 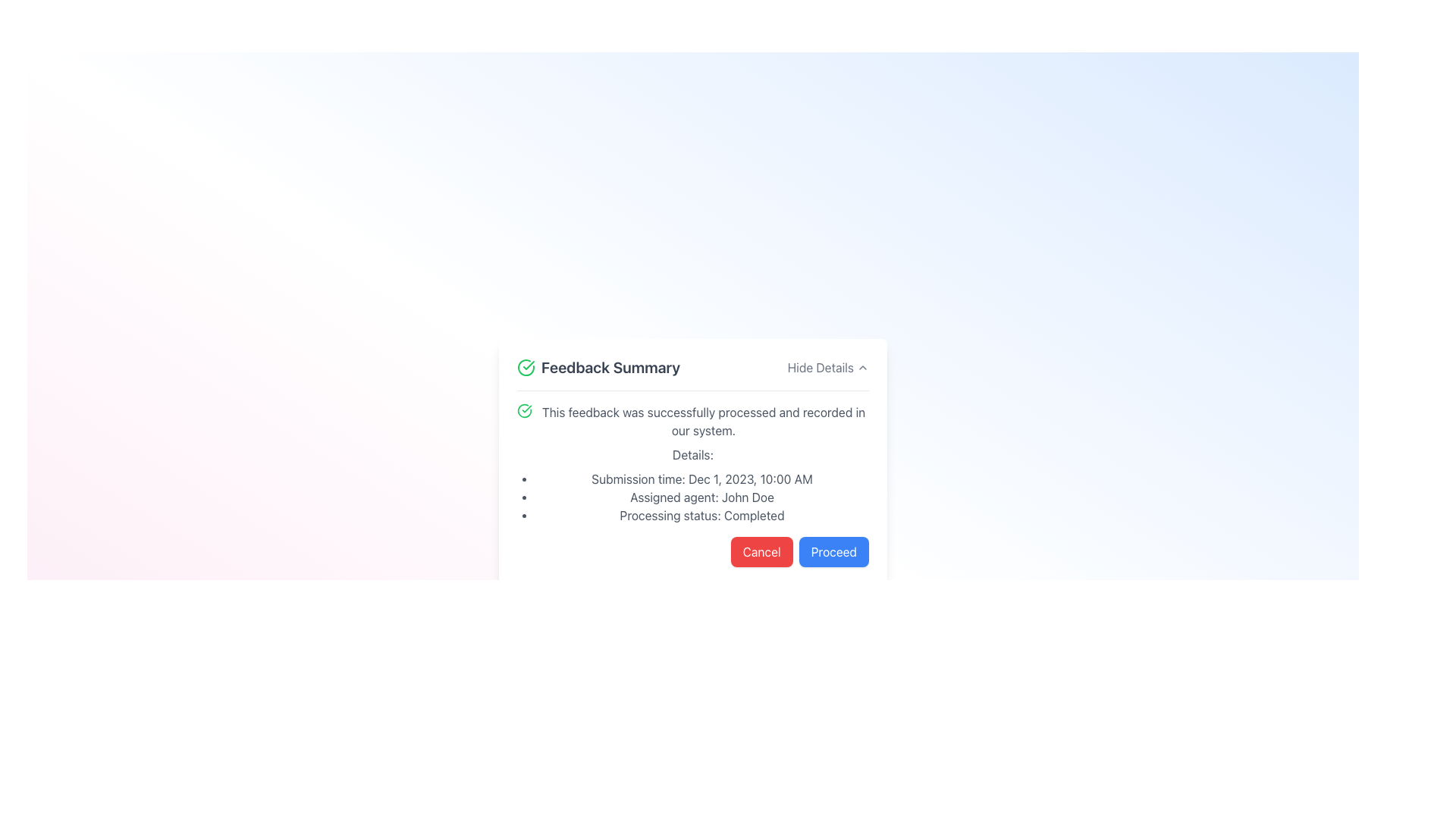 I want to click on the vibrant blue 'Proceed' button with white text, which is located at the bottom right of the modal section, to change its background color, so click(x=833, y=551).